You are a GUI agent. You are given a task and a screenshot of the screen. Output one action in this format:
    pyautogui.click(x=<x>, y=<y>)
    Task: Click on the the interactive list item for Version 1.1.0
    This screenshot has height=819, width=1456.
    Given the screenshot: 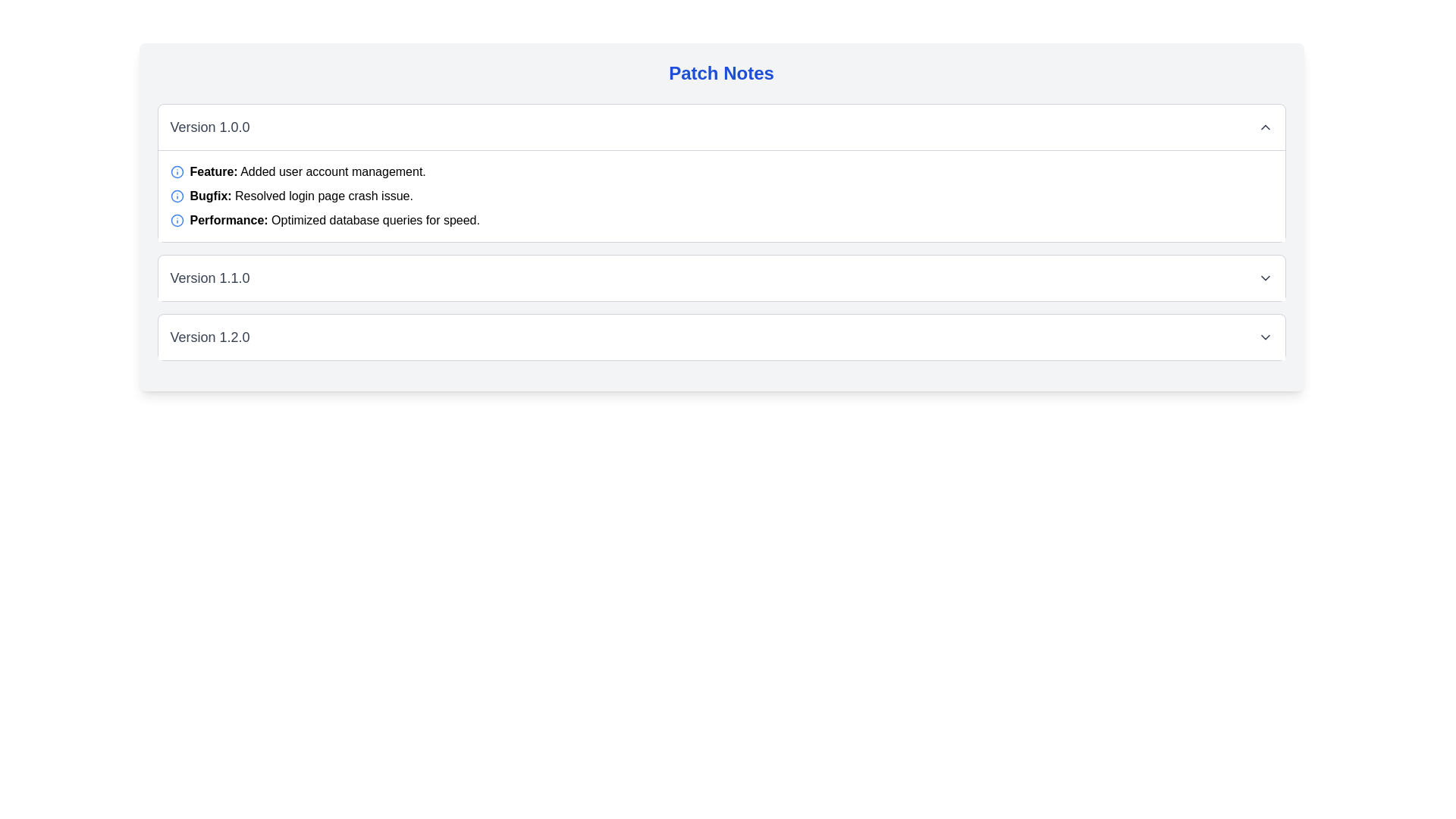 What is the action you would take?
    pyautogui.click(x=720, y=278)
    